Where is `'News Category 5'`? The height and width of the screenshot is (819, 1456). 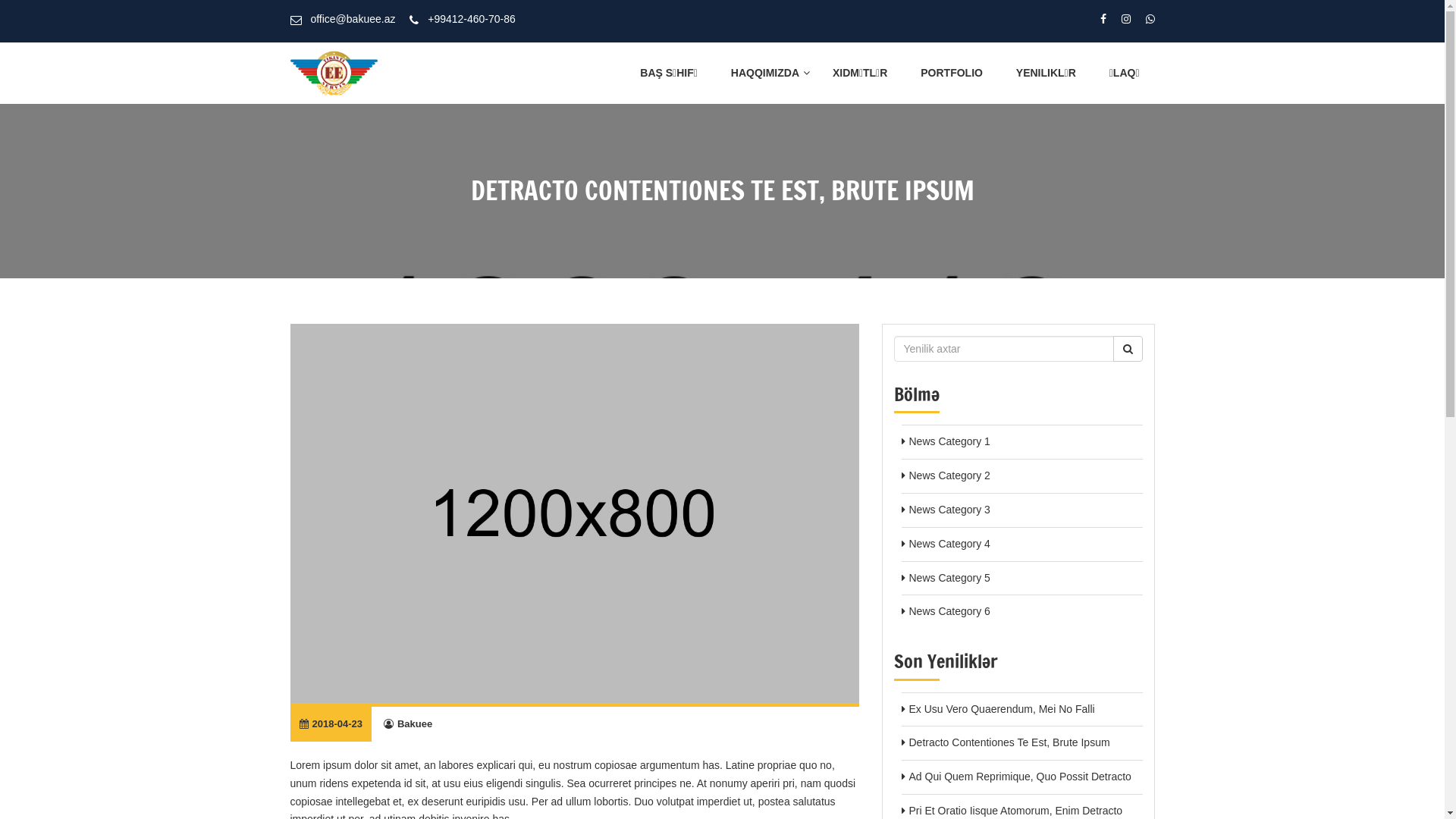
'News Category 5' is located at coordinates (908, 578).